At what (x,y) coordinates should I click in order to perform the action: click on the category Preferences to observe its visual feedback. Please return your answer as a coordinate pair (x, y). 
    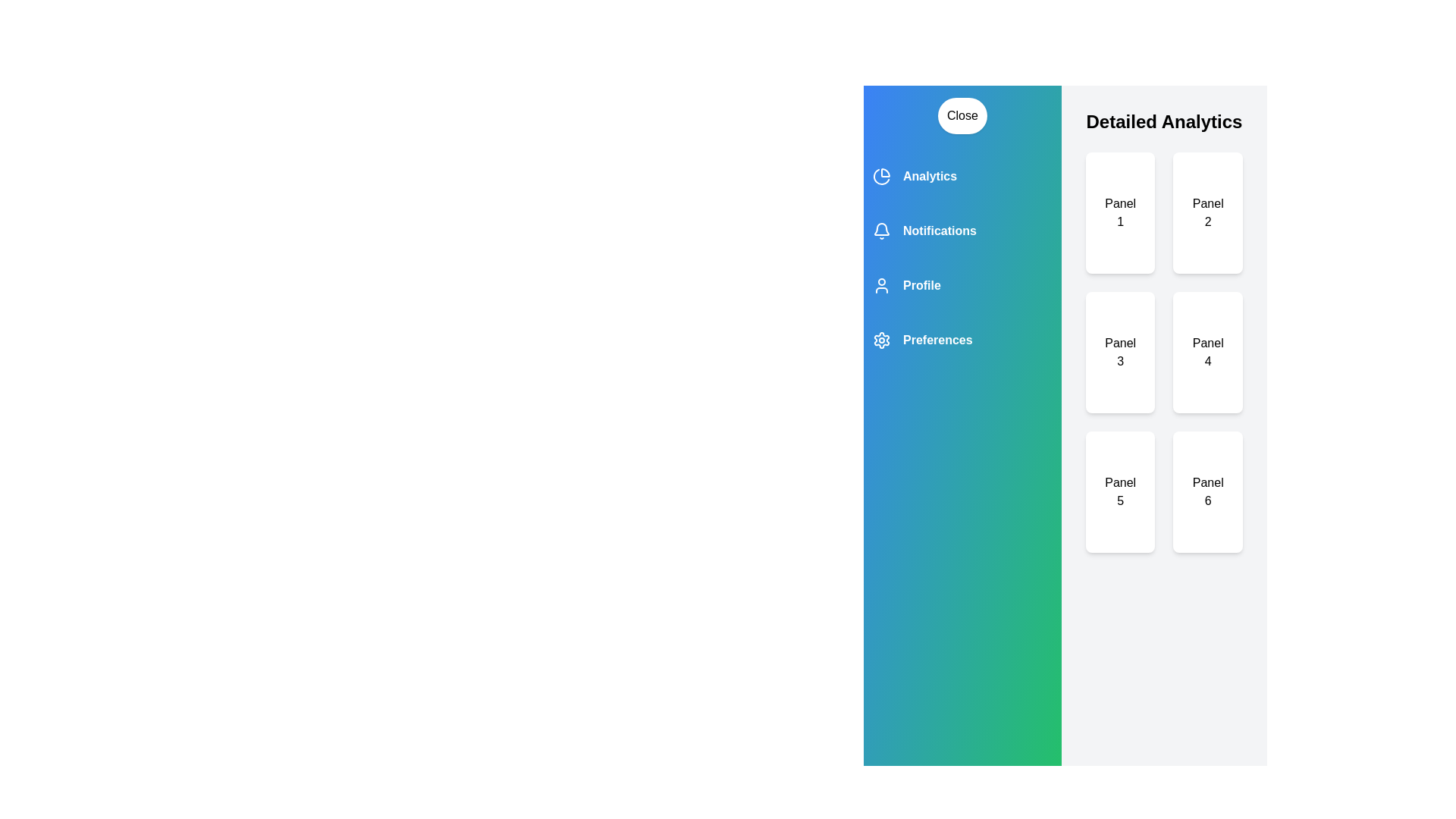
    Looking at the image, I should click on (961, 339).